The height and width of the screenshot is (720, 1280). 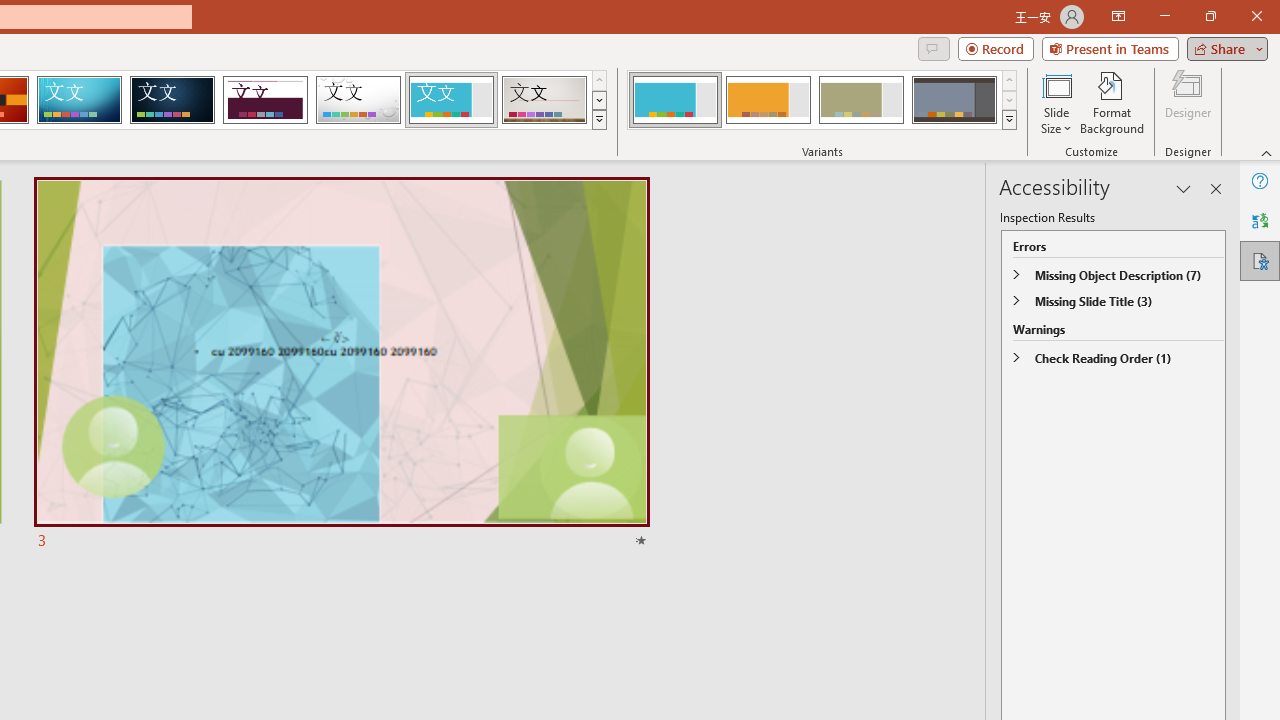 What do you see at coordinates (79, 100) in the screenshot?
I see `'Circuit'` at bounding box center [79, 100].